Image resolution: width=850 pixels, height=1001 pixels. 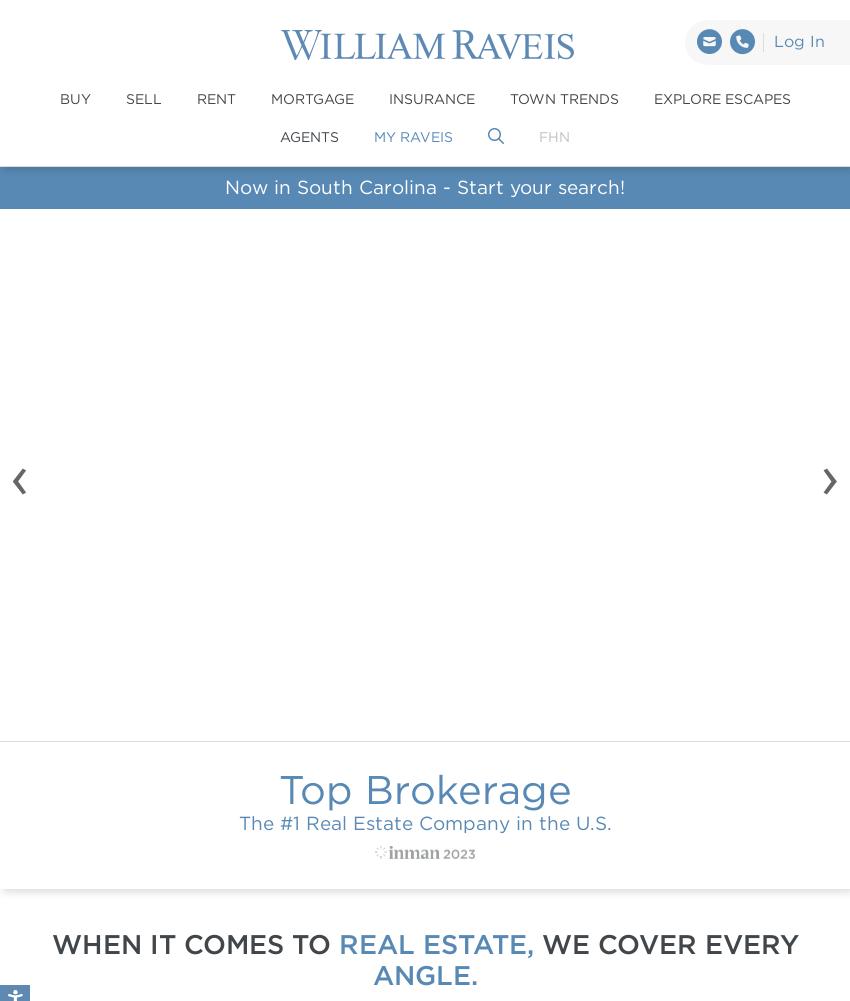 What do you see at coordinates (554, 135) in the screenshot?
I see `'FHN'` at bounding box center [554, 135].